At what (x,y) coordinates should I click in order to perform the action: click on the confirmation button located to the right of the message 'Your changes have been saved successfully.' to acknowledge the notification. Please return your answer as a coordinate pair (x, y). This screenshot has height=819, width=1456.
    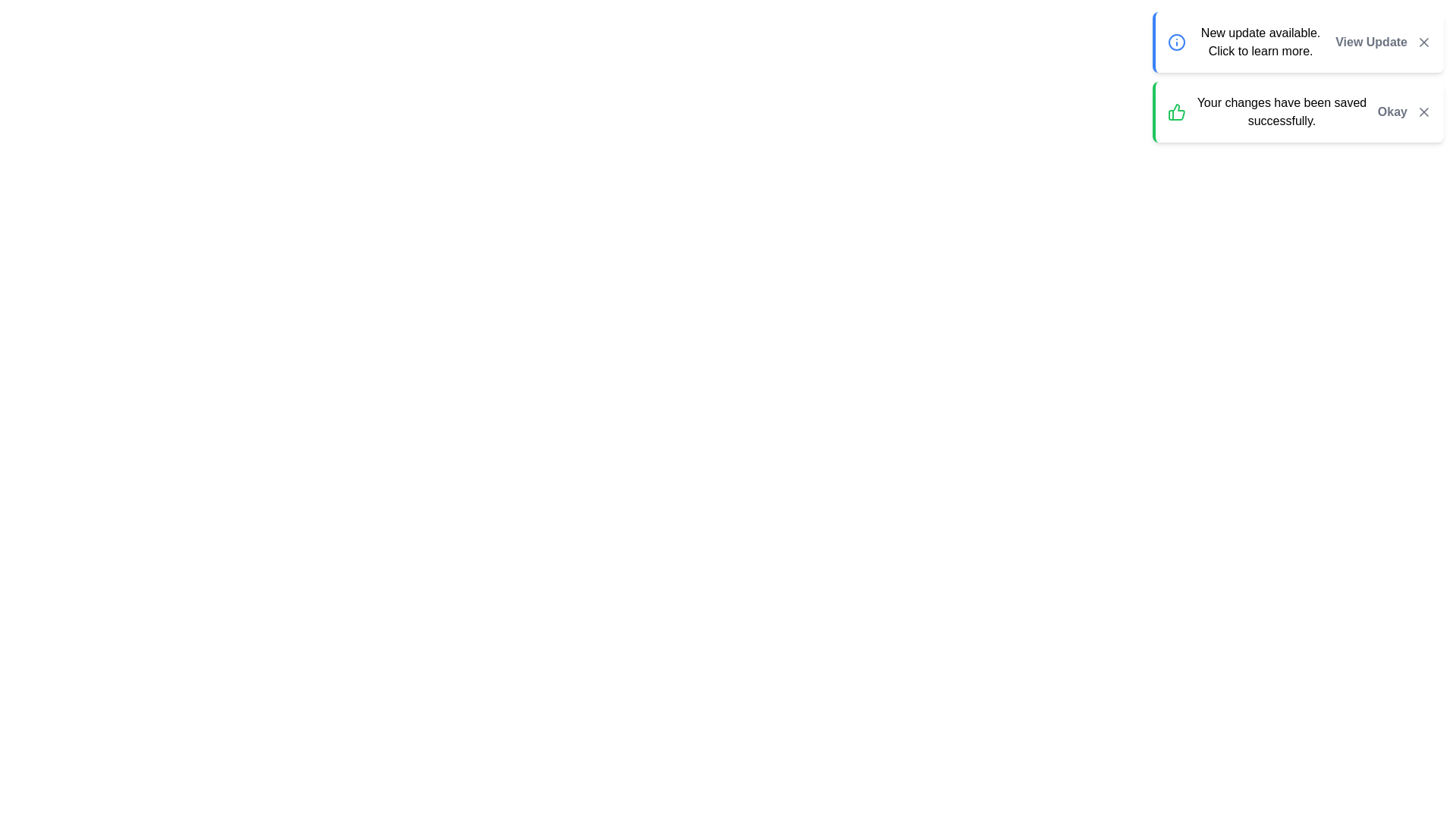
    Looking at the image, I should click on (1392, 111).